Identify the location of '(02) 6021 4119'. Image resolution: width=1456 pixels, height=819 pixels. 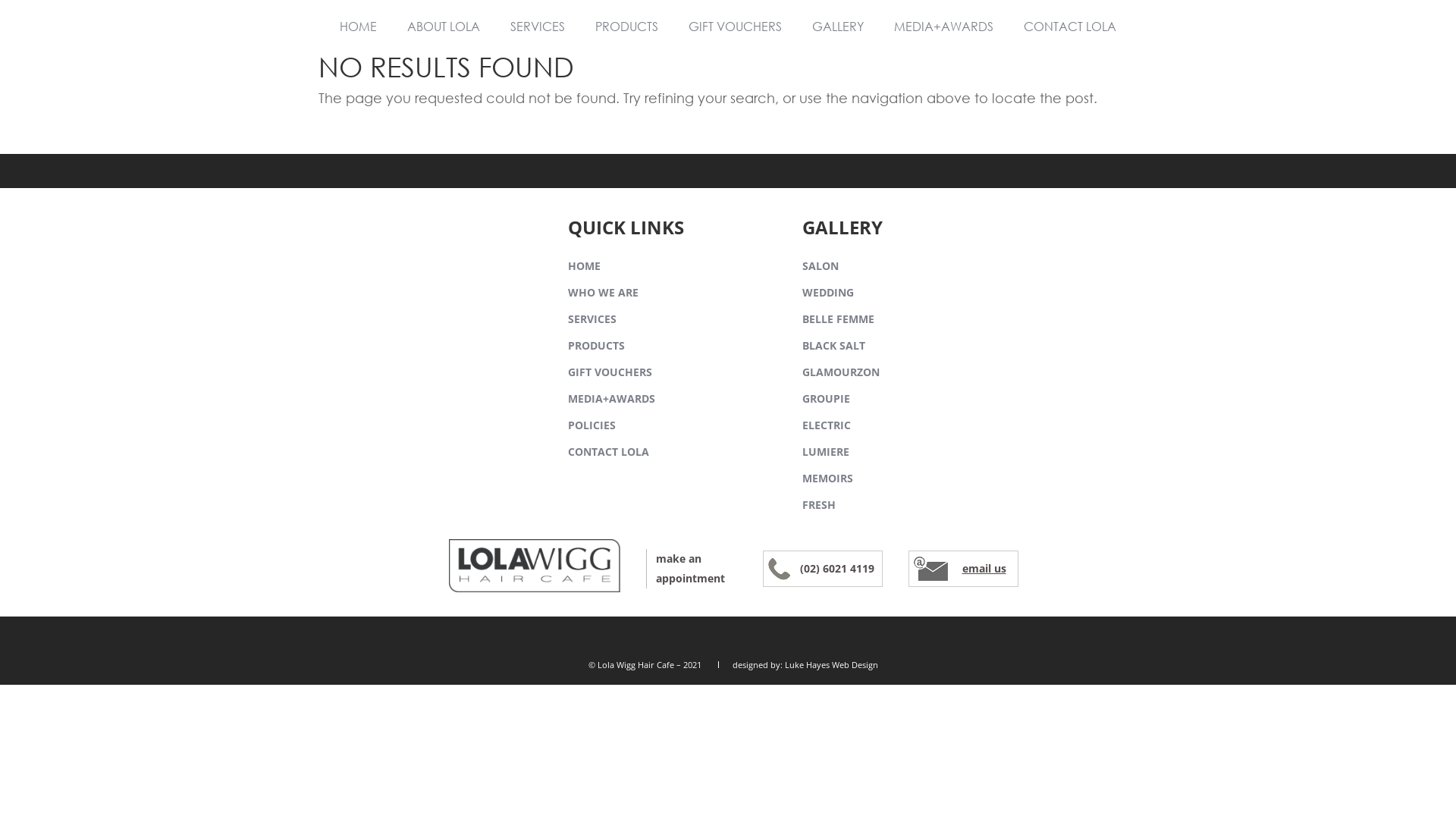
(836, 568).